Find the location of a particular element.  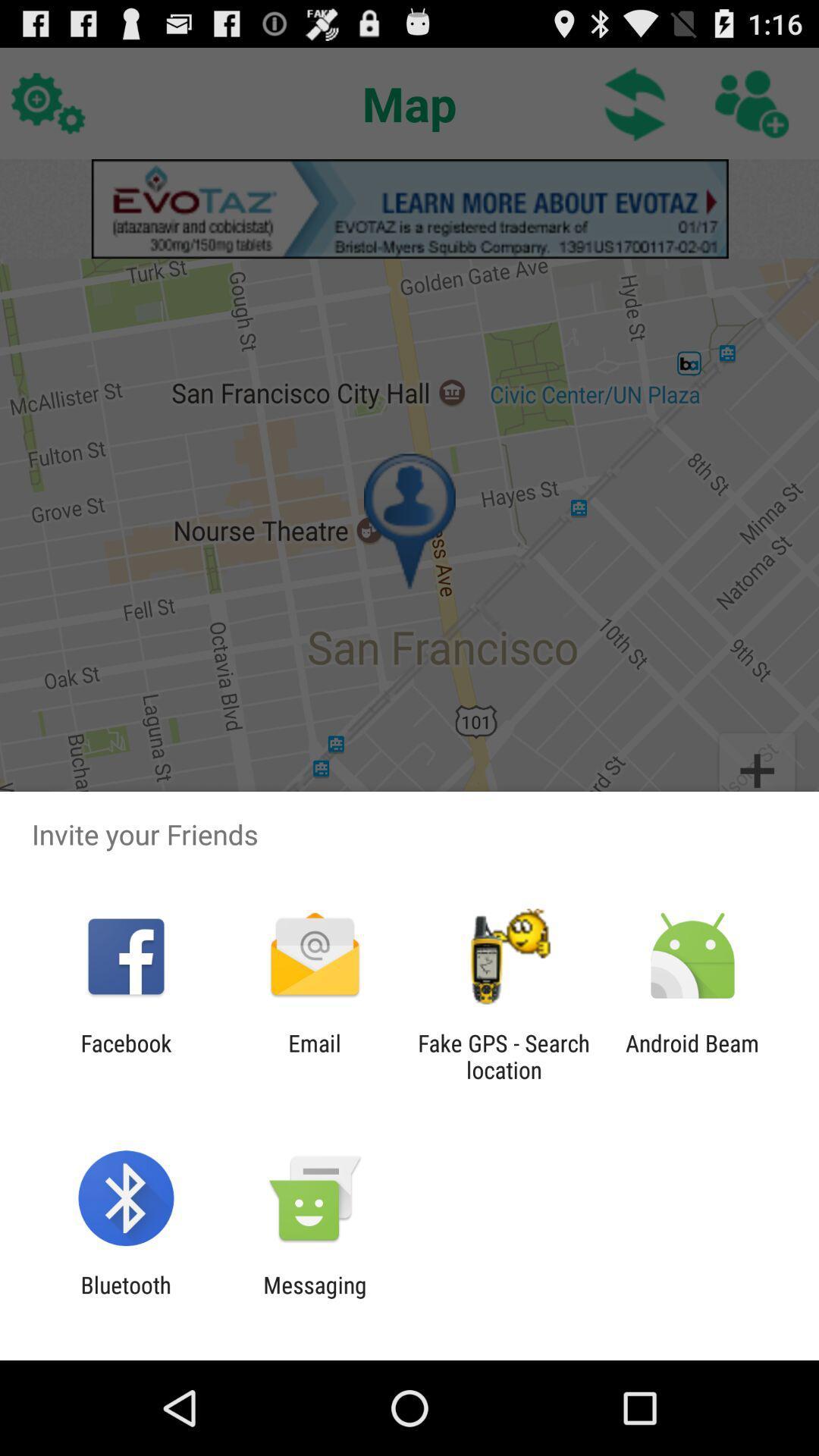

icon to the right of the email is located at coordinates (504, 1056).